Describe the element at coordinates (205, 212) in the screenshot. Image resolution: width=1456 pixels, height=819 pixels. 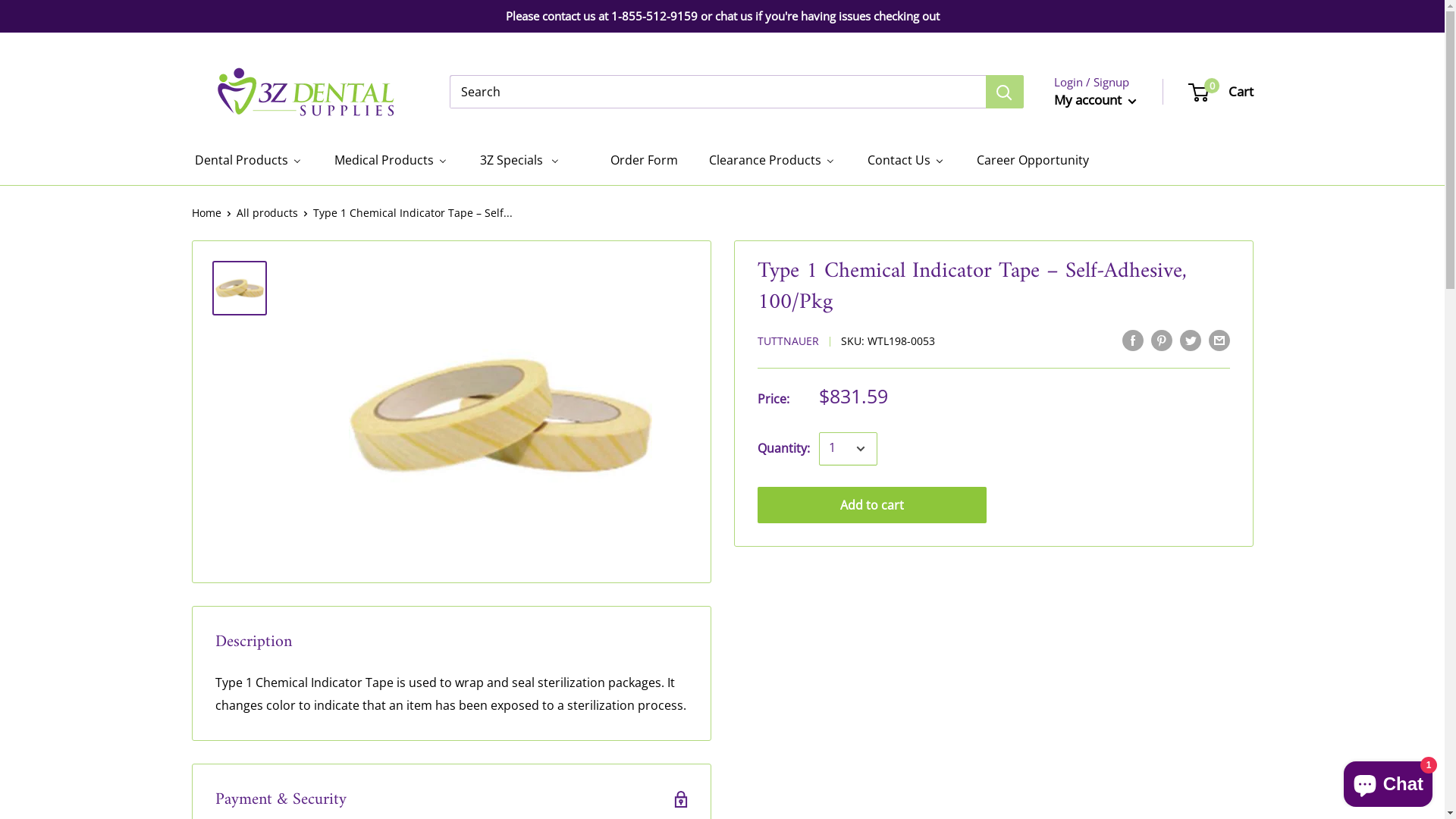
I see `'Home'` at that location.